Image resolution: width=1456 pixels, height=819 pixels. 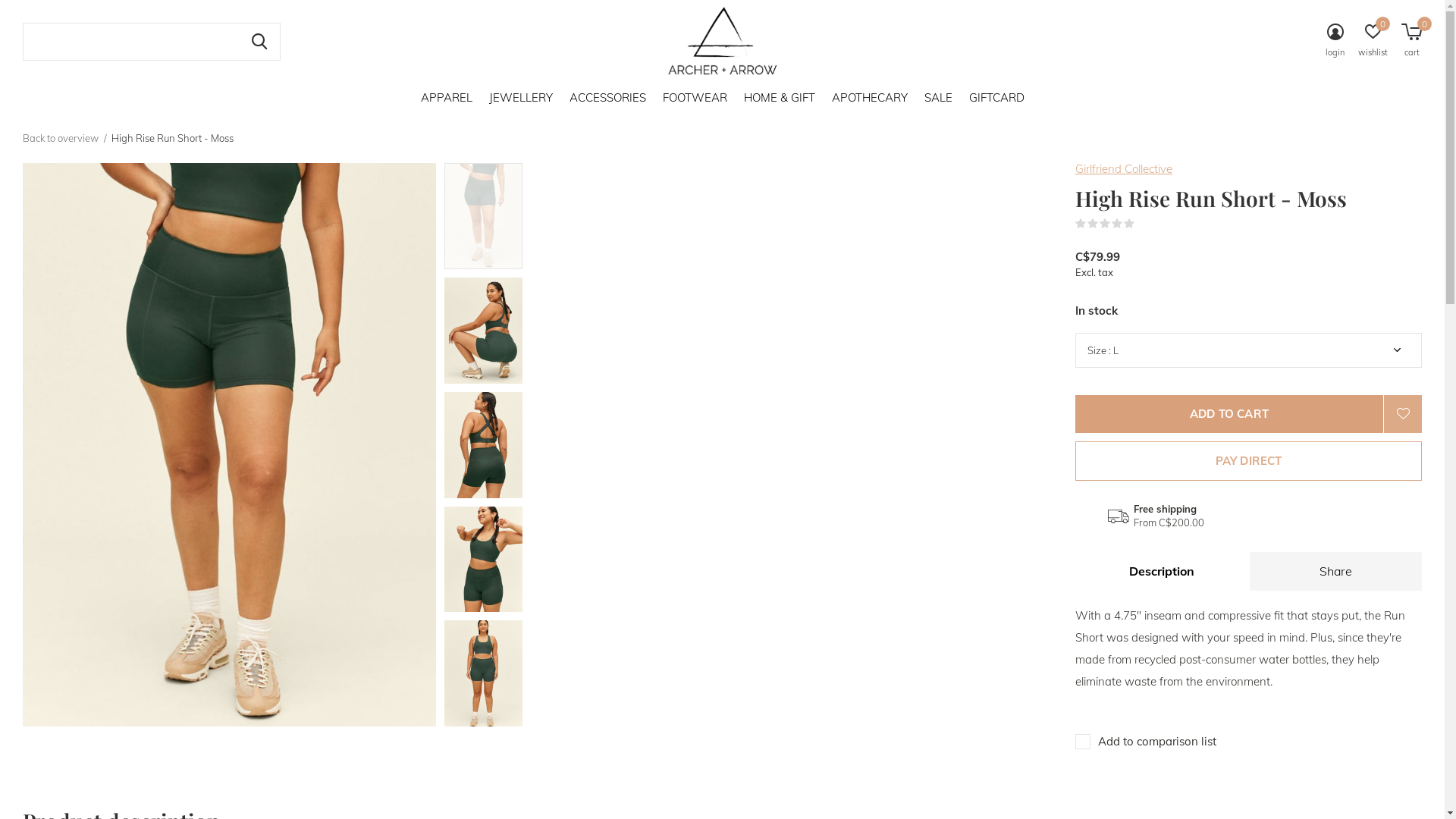 I want to click on 'JEWELLERY', so click(x=520, y=96).